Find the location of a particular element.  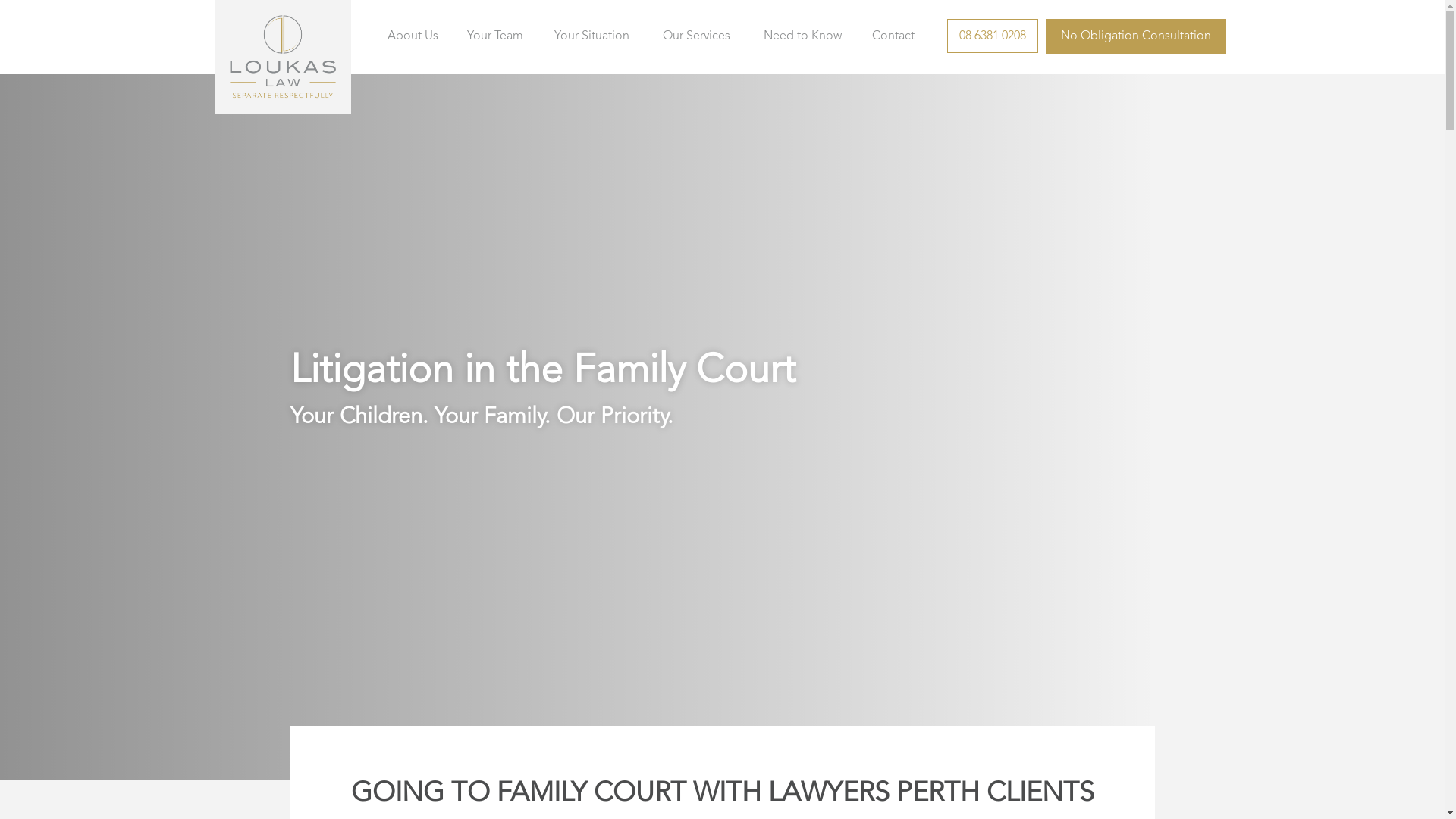

'Contact' is located at coordinates (893, 36).